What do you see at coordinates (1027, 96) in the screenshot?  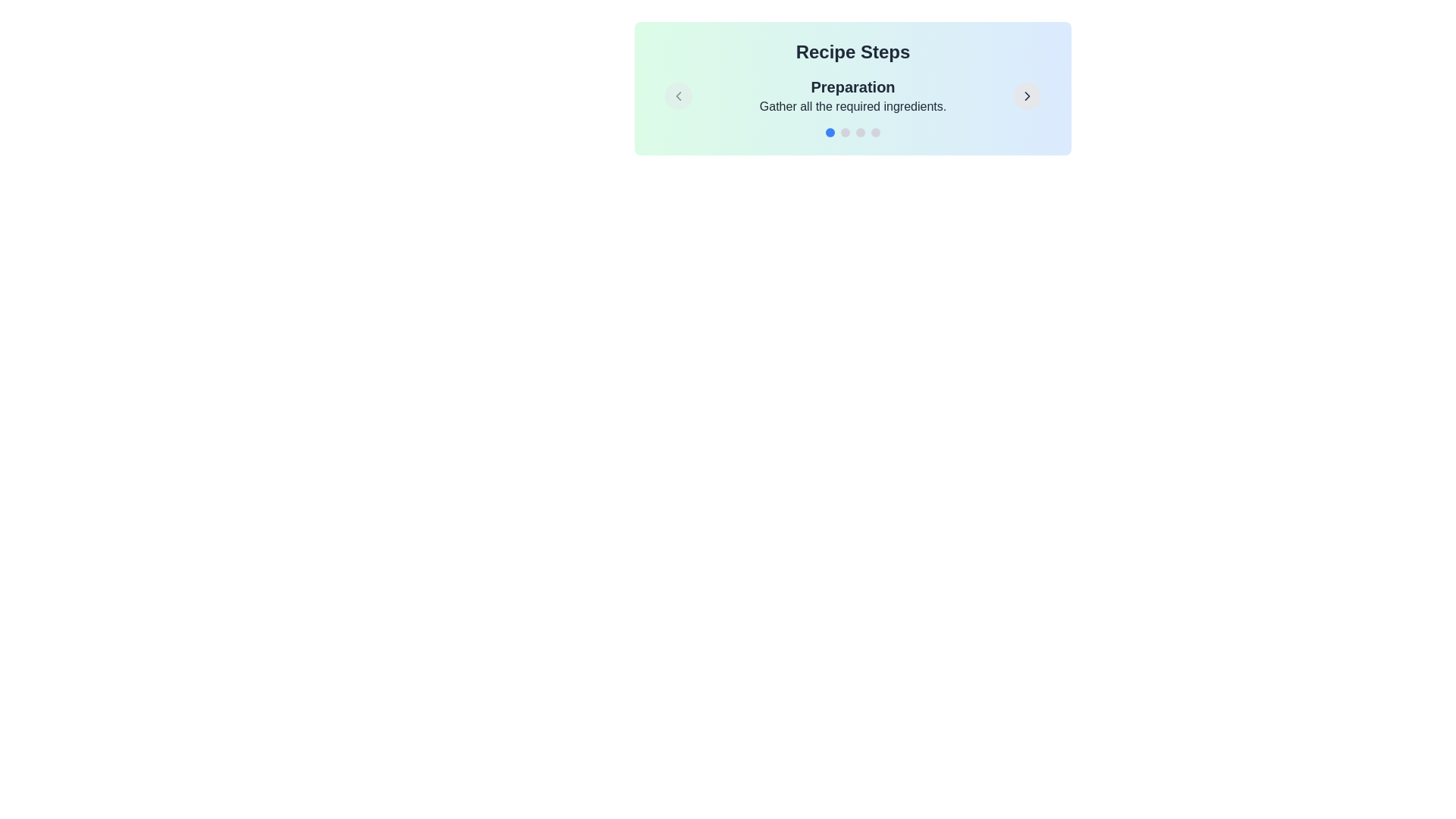 I see `the circular button with a light gray background and a right-pointing chevron icon at the center` at bounding box center [1027, 96].